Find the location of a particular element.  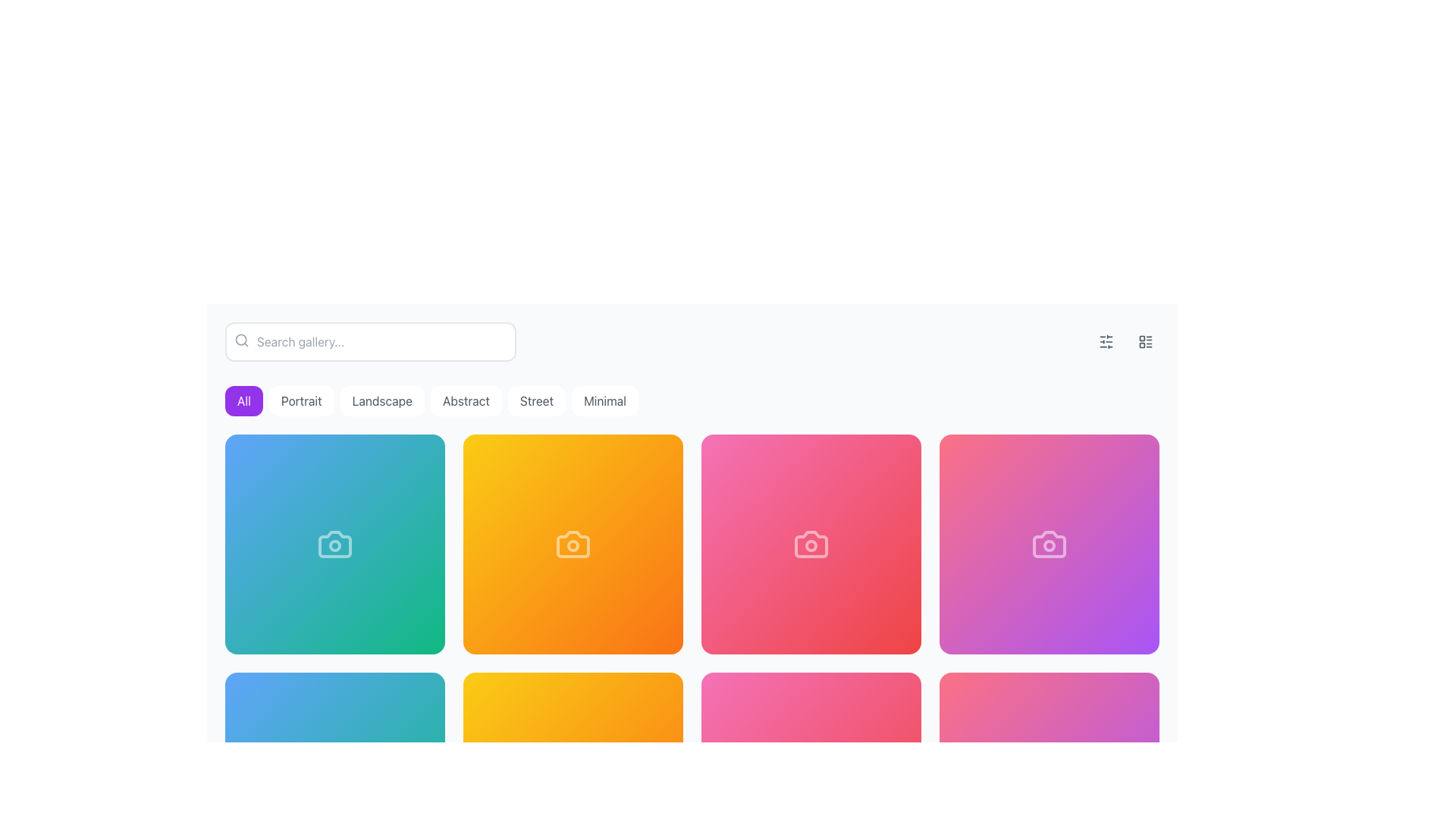

the camera icon, which is a stylized representation with a rectangular body and circular lens, outlined with a light pink stroke, located in the last column of the second row in the gallery layout is located at coordinates (1048, 543).